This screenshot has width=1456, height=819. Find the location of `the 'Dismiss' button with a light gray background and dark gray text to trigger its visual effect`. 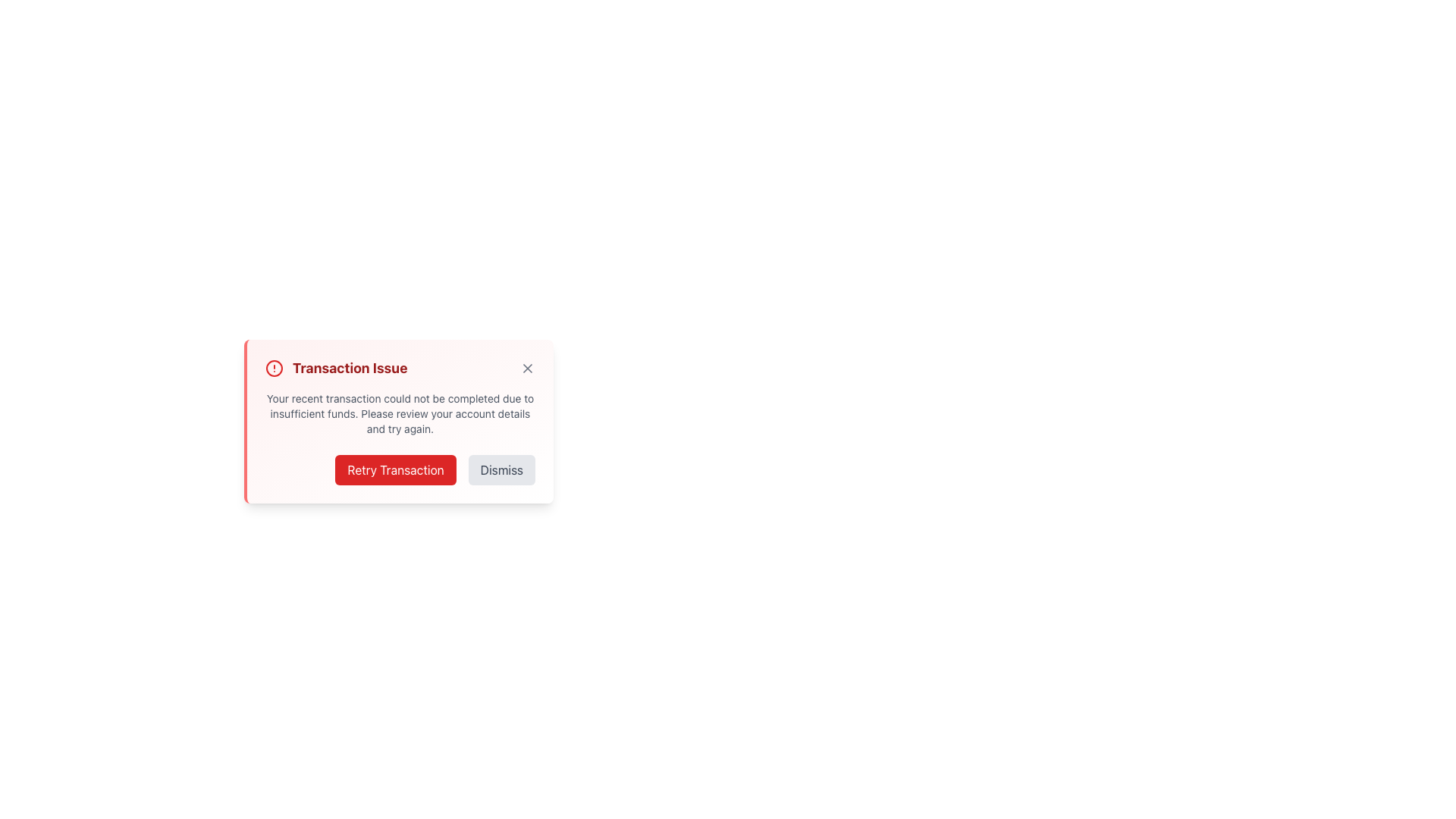

the 'Dismiss' button with a light gray background and dark gray text to trigger its visual effect is located at coordinates (501, 469).